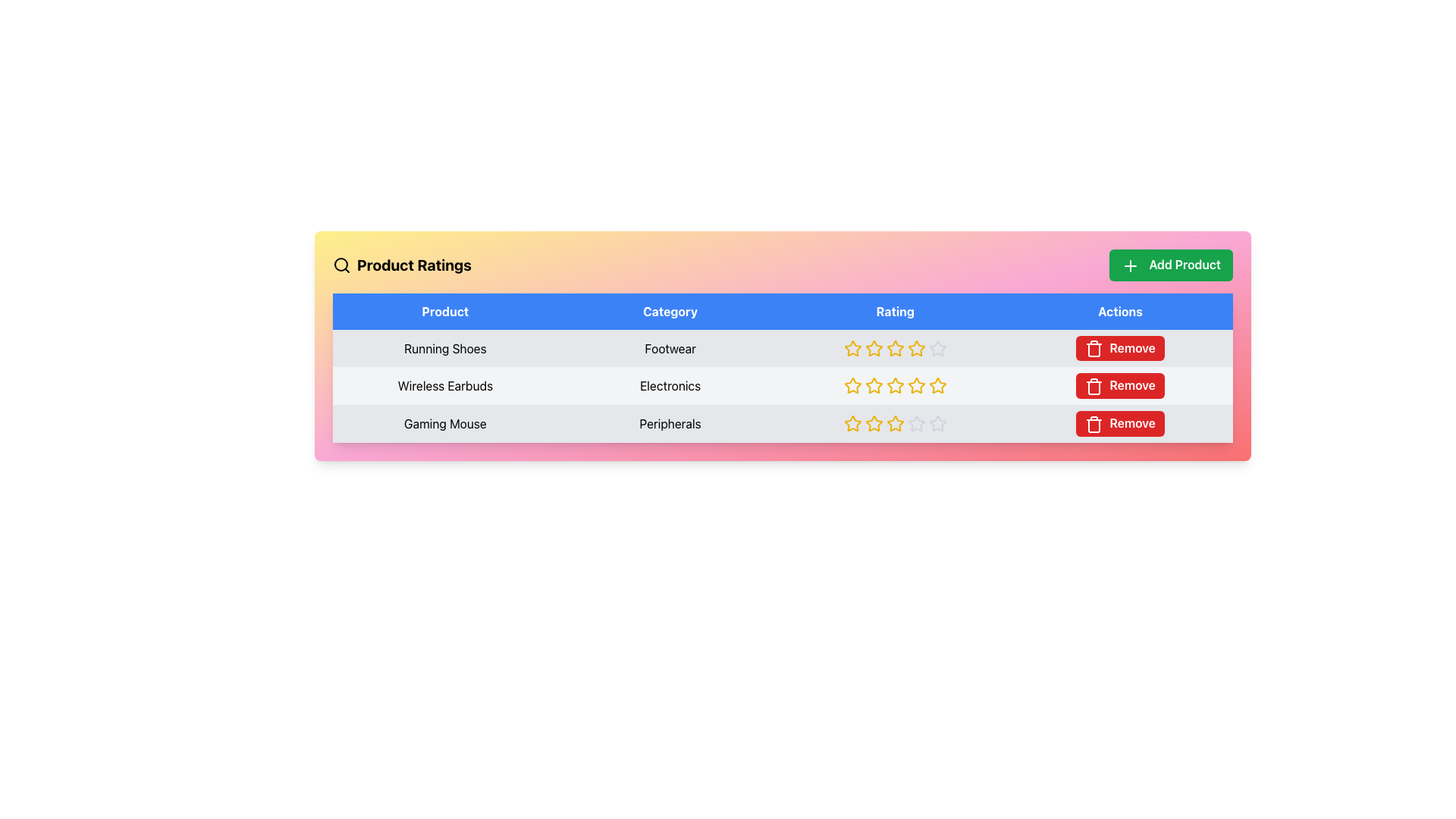  I want to click on the third star in the 'Rating' column of the 'Wireless Earbuds' row, so click(874, 385).